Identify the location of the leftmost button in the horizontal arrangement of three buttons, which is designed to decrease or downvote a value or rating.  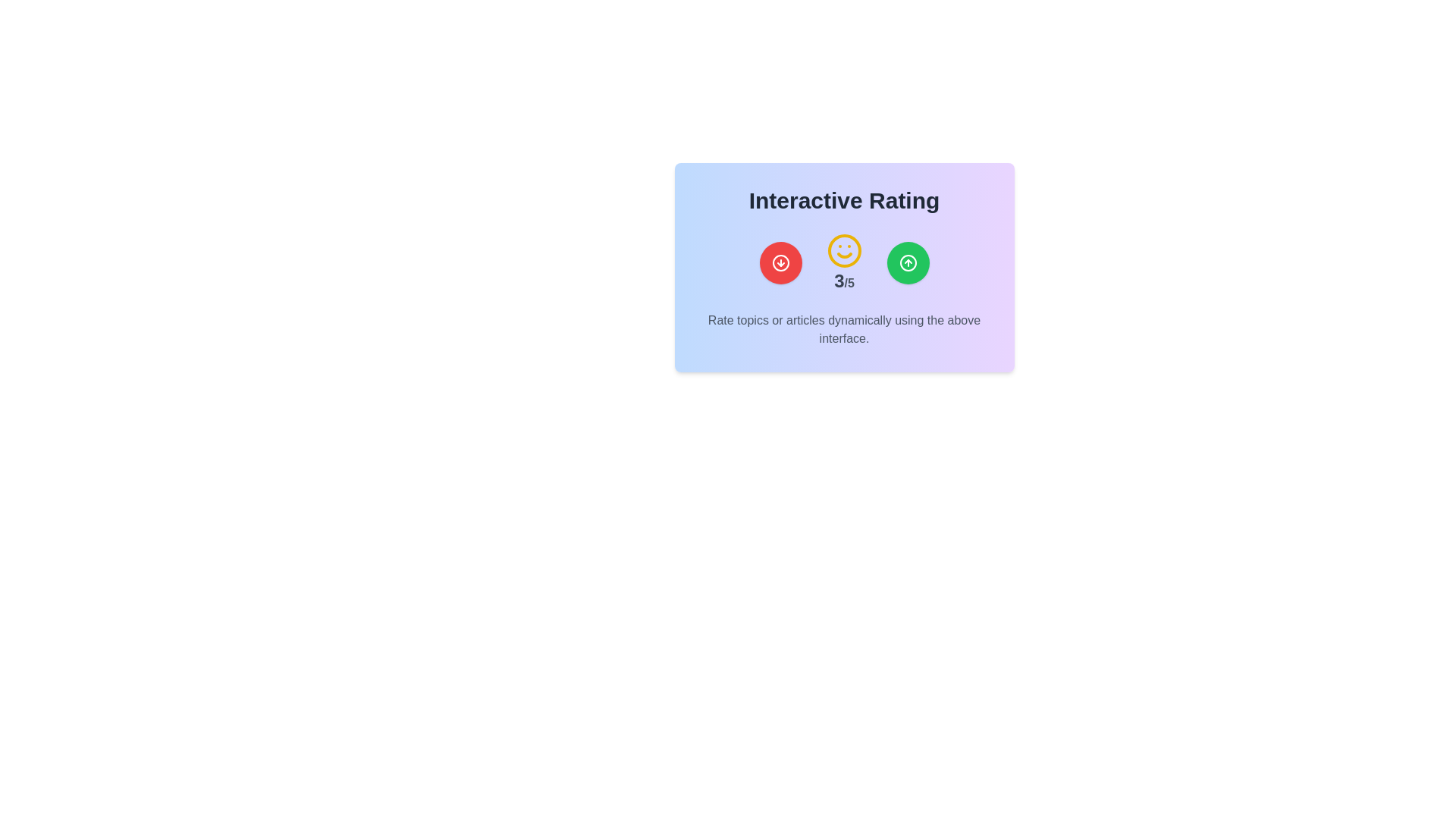
(780, 262).